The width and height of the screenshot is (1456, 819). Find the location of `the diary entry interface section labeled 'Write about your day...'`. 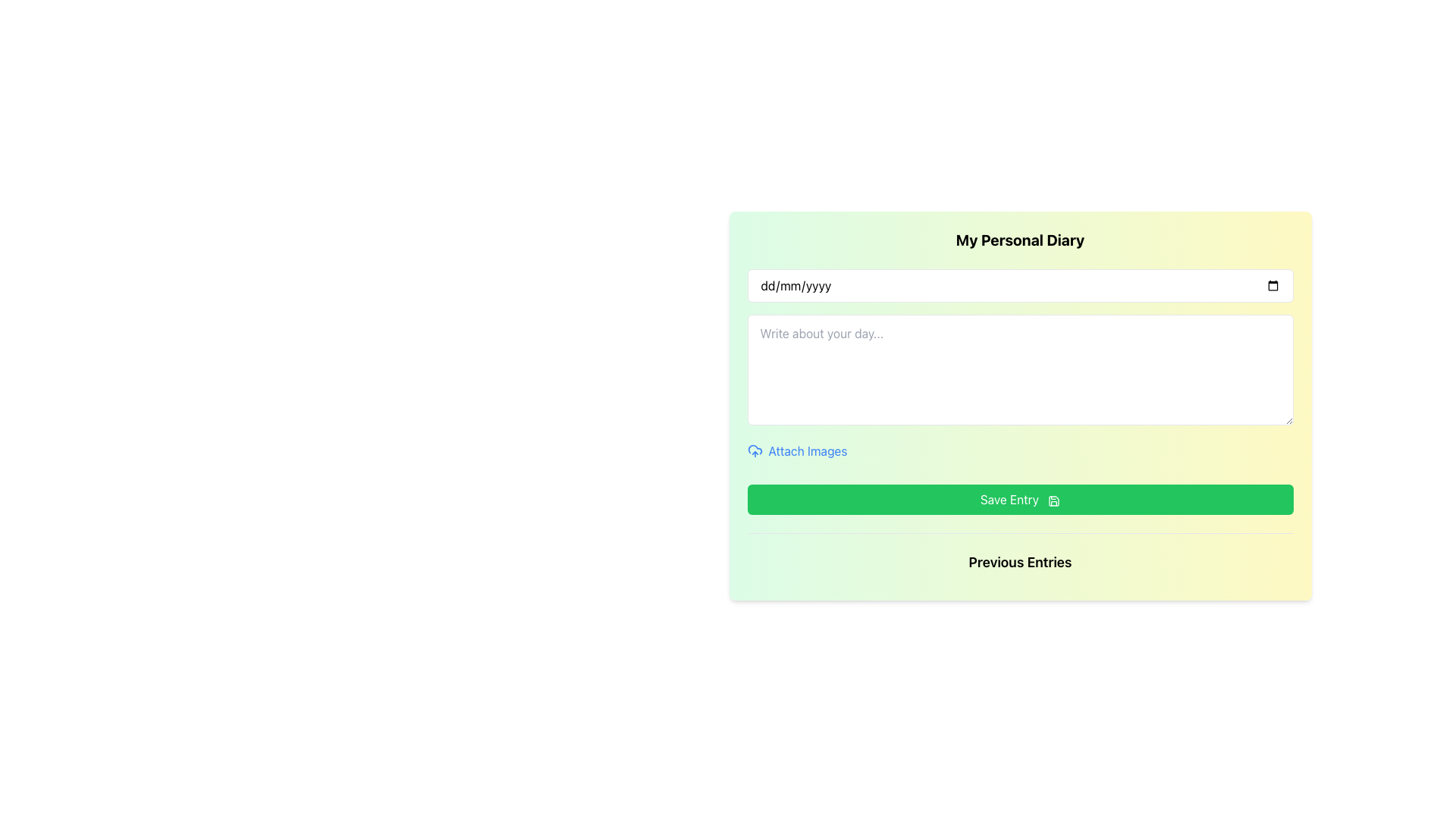

the diary entry interface section labeled 'Write about your day...' is located at coordinates (1020, 391).